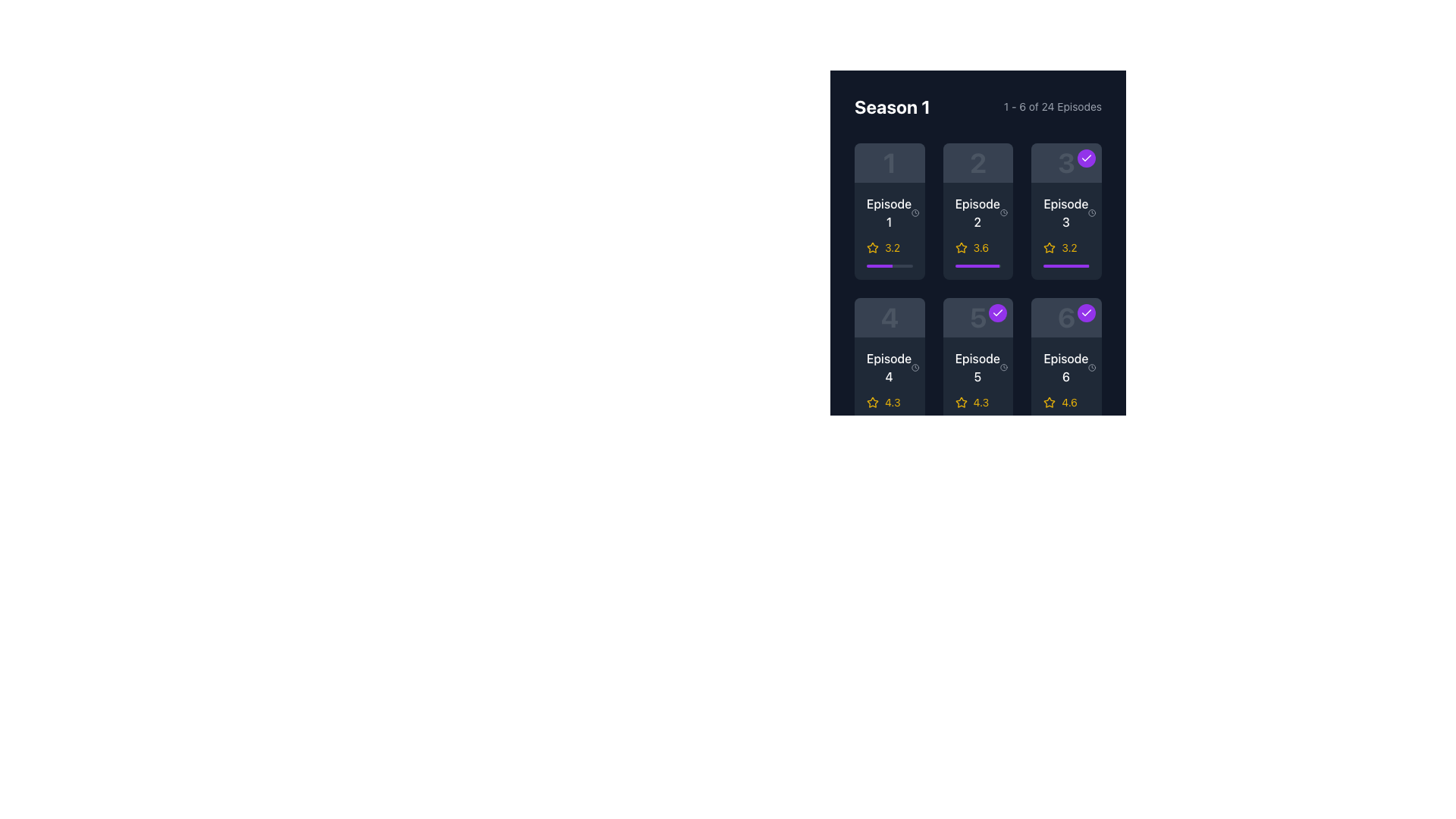 The height and width of the screenshot is (819, 1456). Describe the element at coordinates (978, 368) in the screenshot. I see `the text label displaying 'Episode 5' which is positioned below a 'checked' purple icon and above a star rating and progress bar` at that location.